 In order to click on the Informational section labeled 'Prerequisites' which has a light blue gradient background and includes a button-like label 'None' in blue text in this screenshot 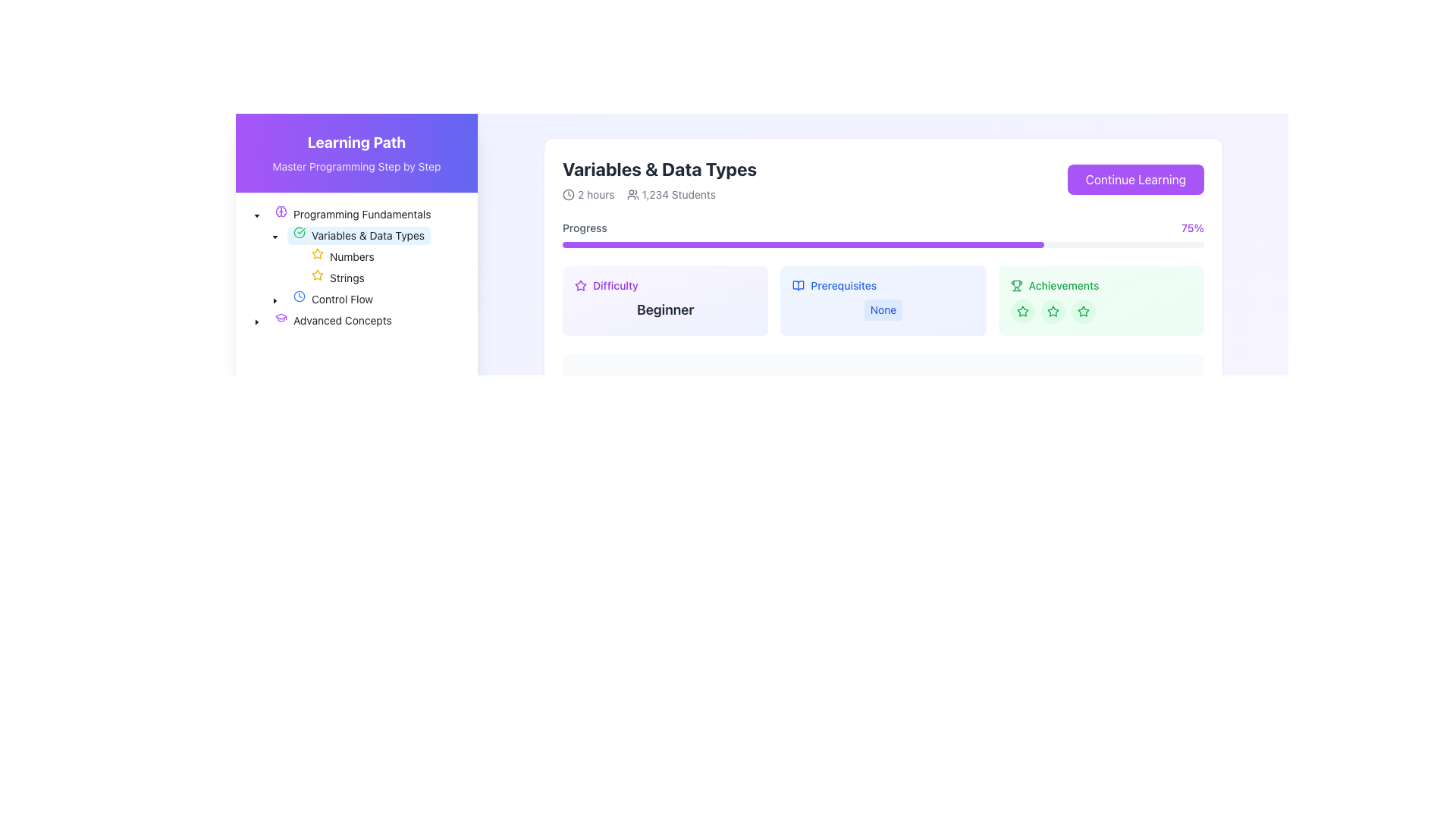, I will do `click(883, 301)`.